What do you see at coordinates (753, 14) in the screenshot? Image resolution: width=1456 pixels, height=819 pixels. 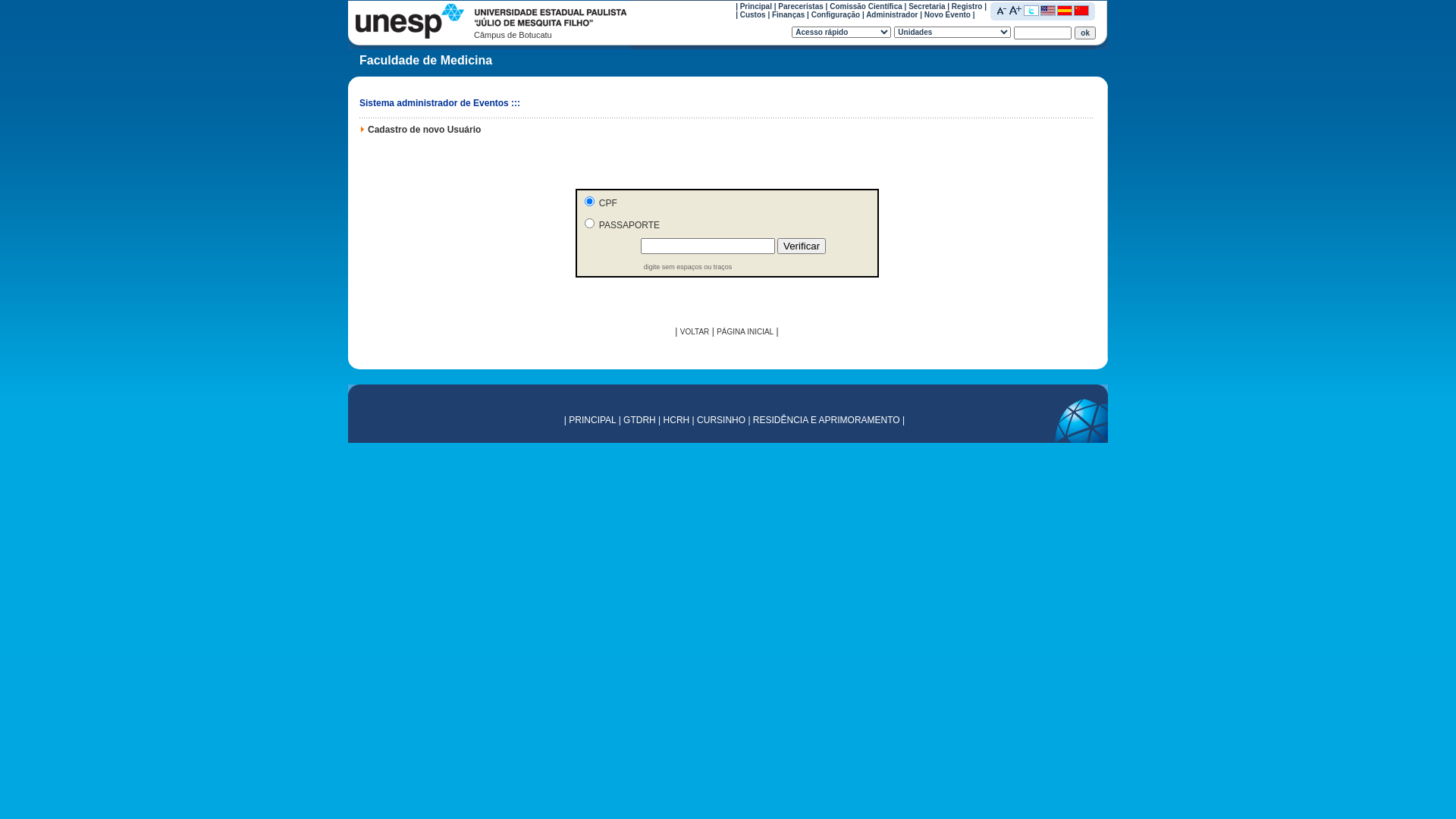 I see `'Custos'` at bounding box center [753, 14].